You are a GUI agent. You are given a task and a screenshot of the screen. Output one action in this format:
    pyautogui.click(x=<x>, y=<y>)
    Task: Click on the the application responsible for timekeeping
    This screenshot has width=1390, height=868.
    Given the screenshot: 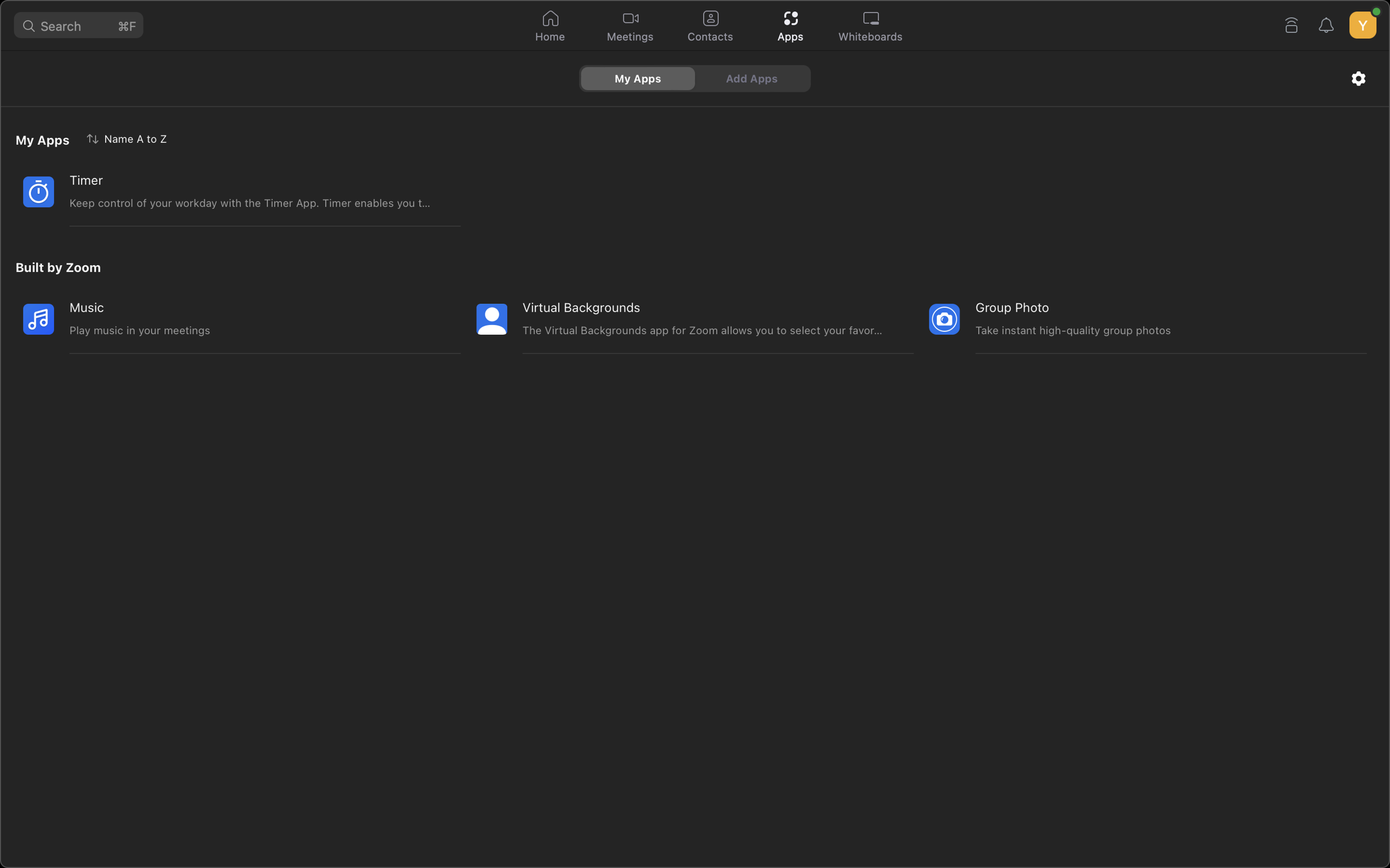 What is the action you would take?
    pyautogui.click(x=224, y=191)
    